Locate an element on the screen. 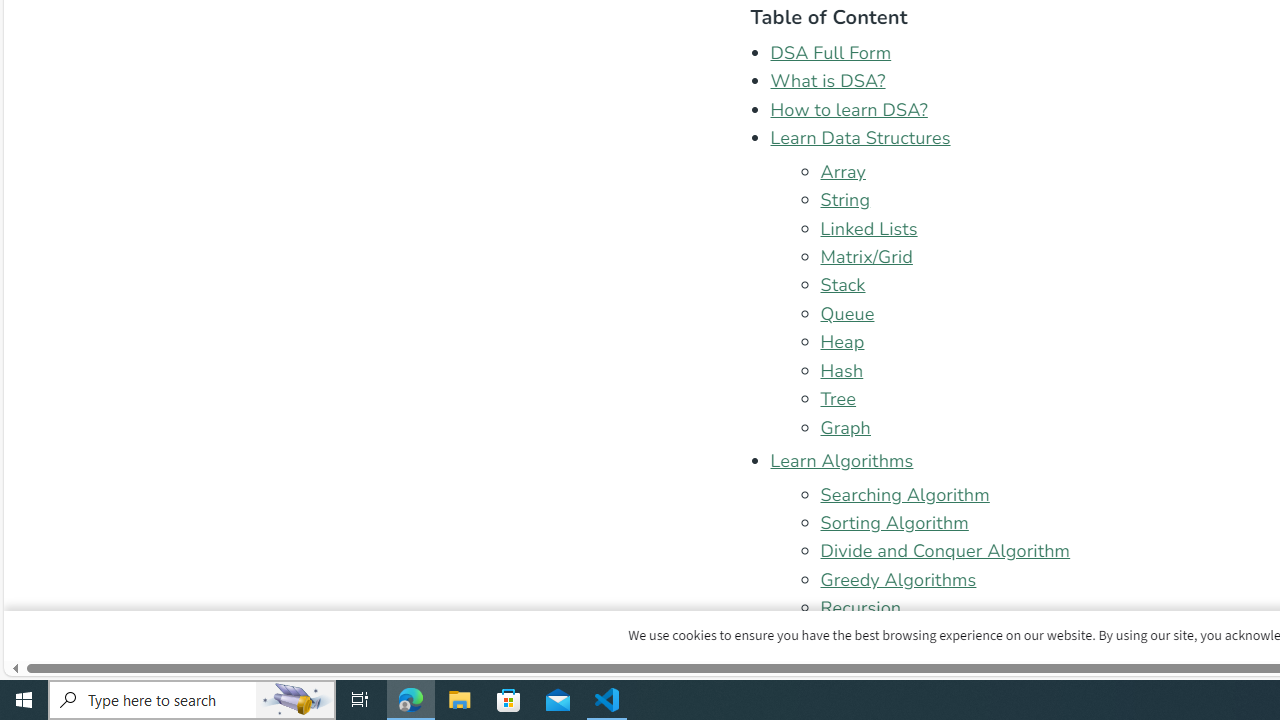 The height and width of the screenshot is (720, 1280). 'Backtracking Algorithm' is located at coordinates (916, 636).